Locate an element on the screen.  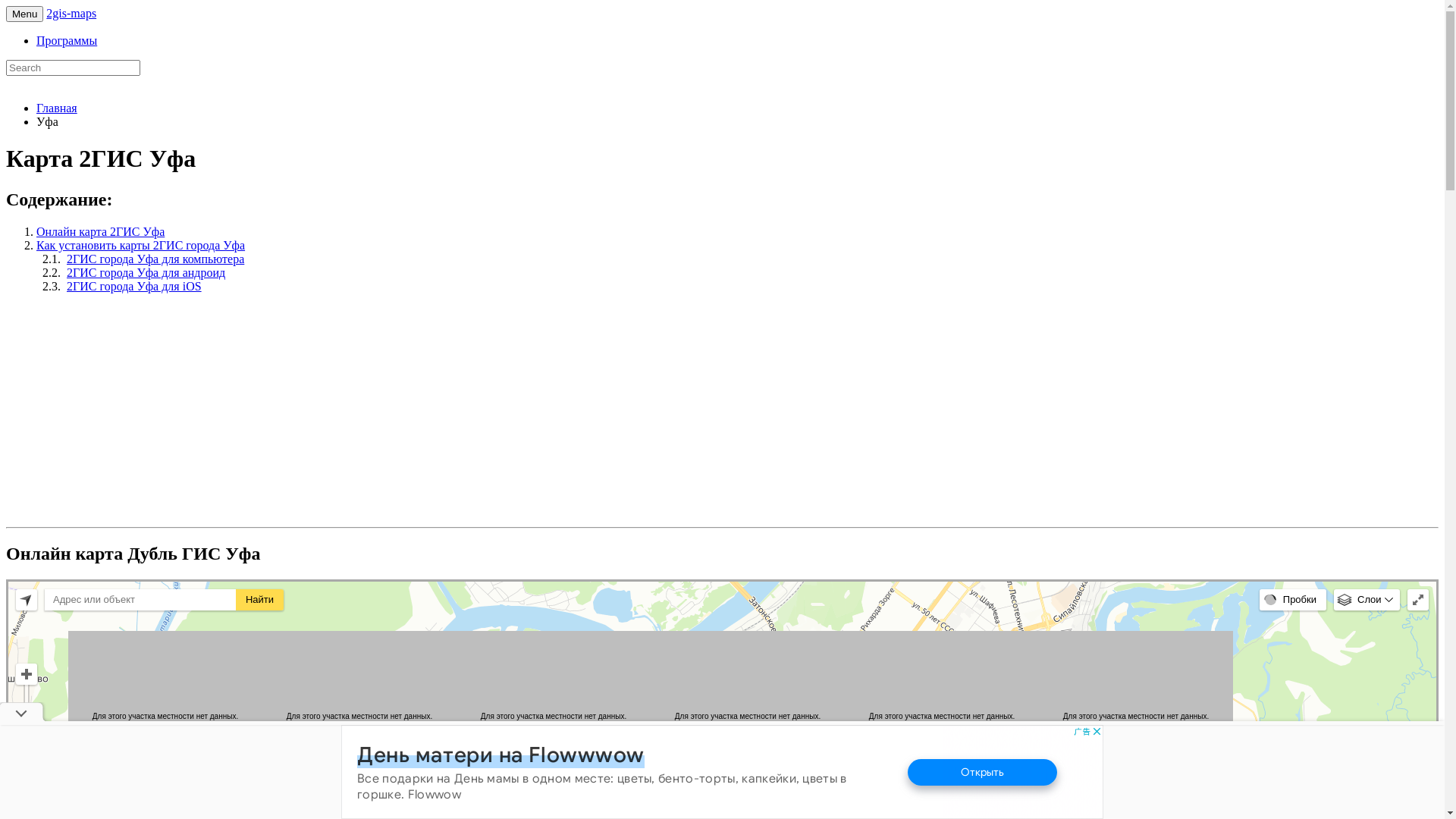
'2gis-maps' is located at coordinates (71, 13).